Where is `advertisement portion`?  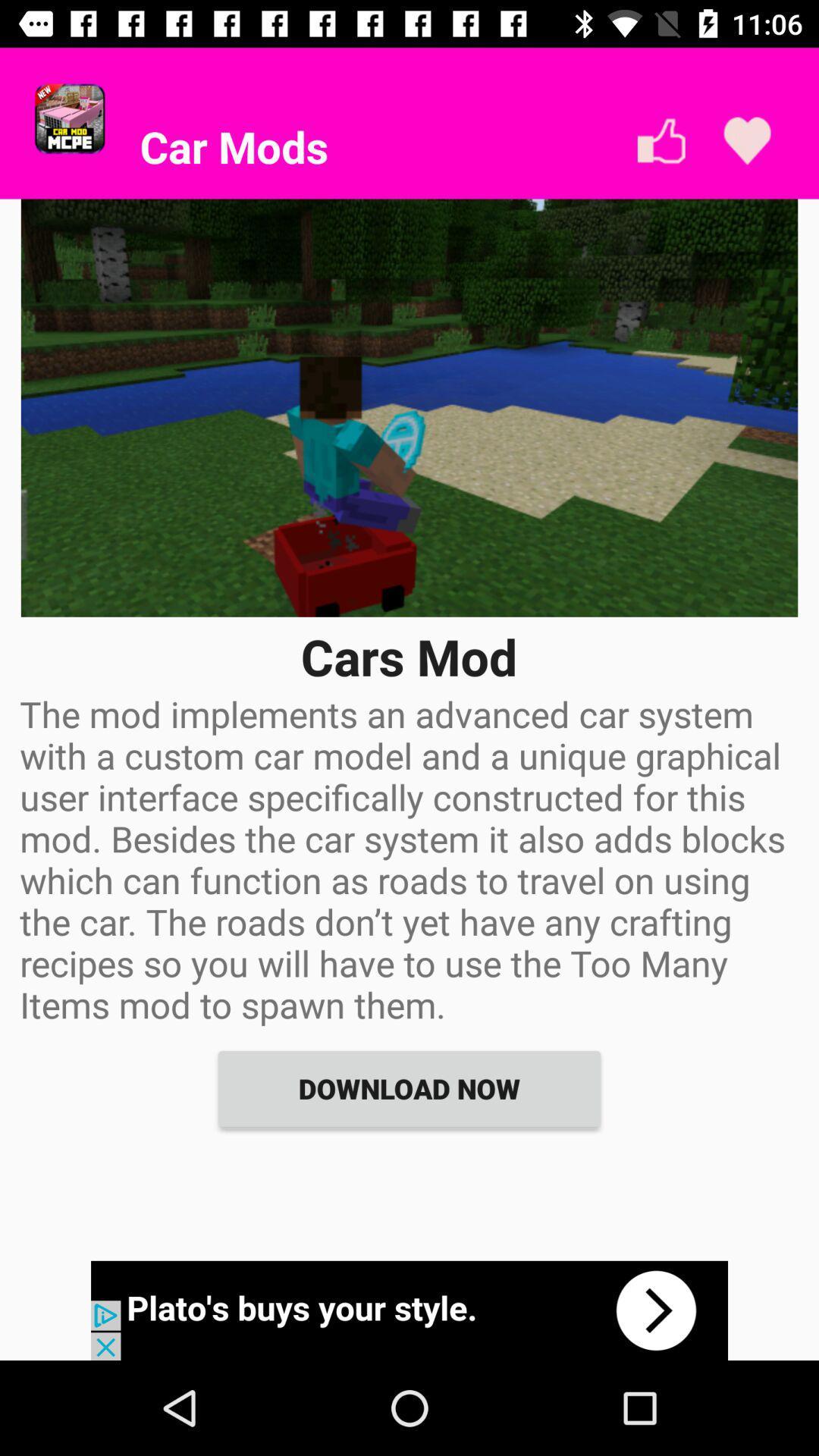 advertisement portion is located at coordinates (409, 1310).